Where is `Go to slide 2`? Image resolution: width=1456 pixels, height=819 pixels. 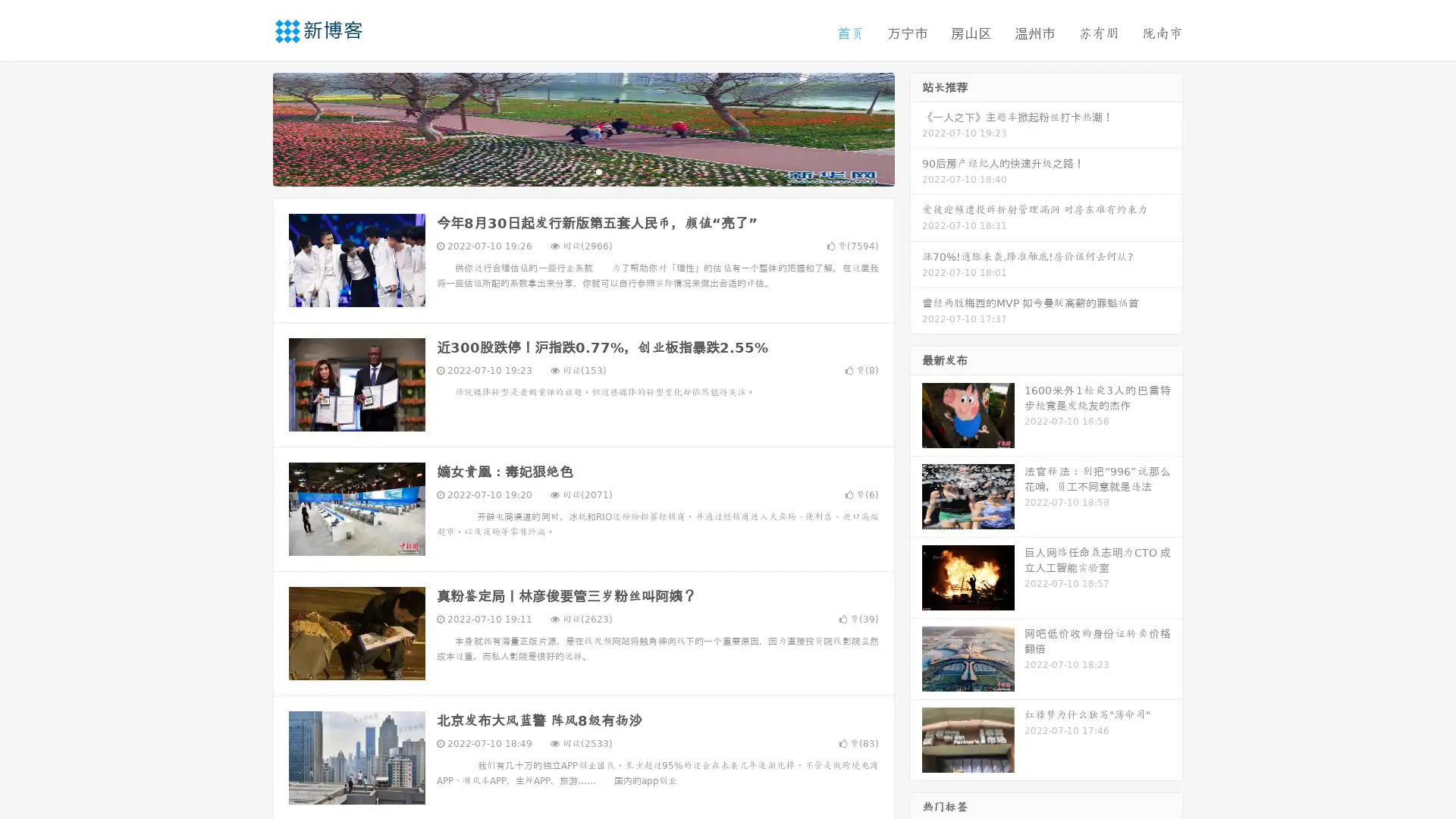 Go to slide 2 is located at coordinates (582, 171).